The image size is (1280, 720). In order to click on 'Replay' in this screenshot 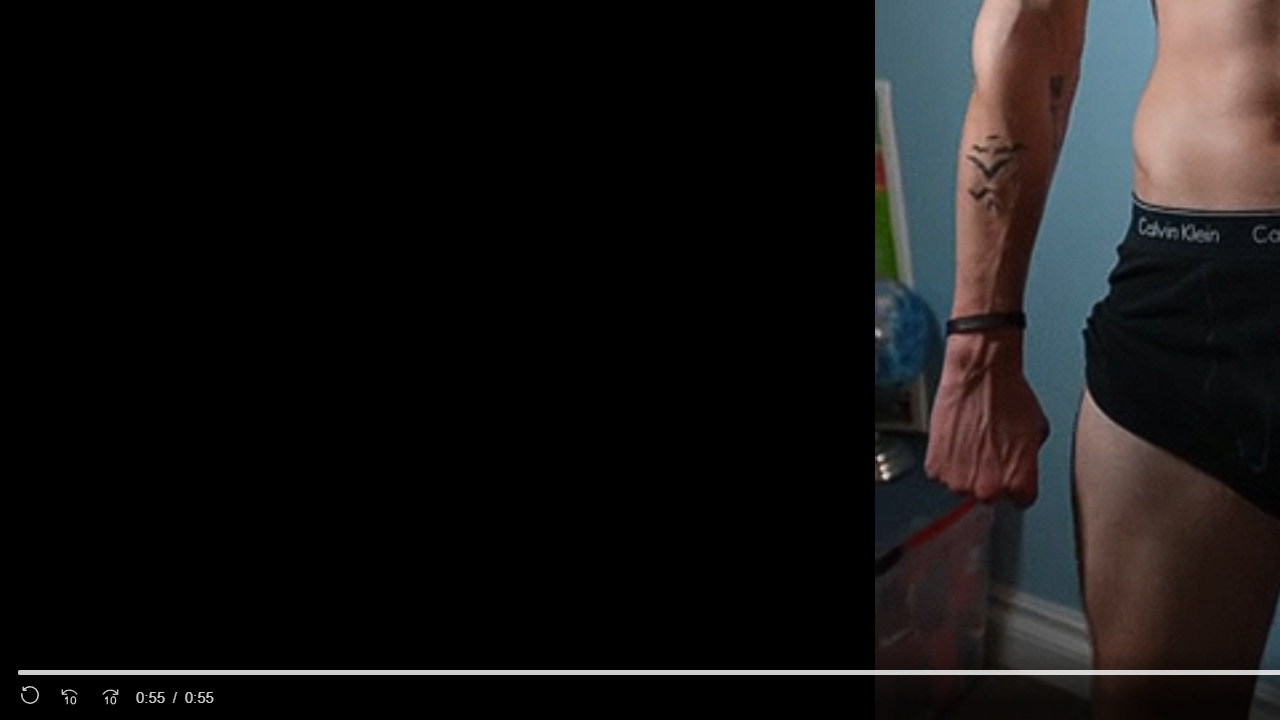, I will do `click(30, 696)`.